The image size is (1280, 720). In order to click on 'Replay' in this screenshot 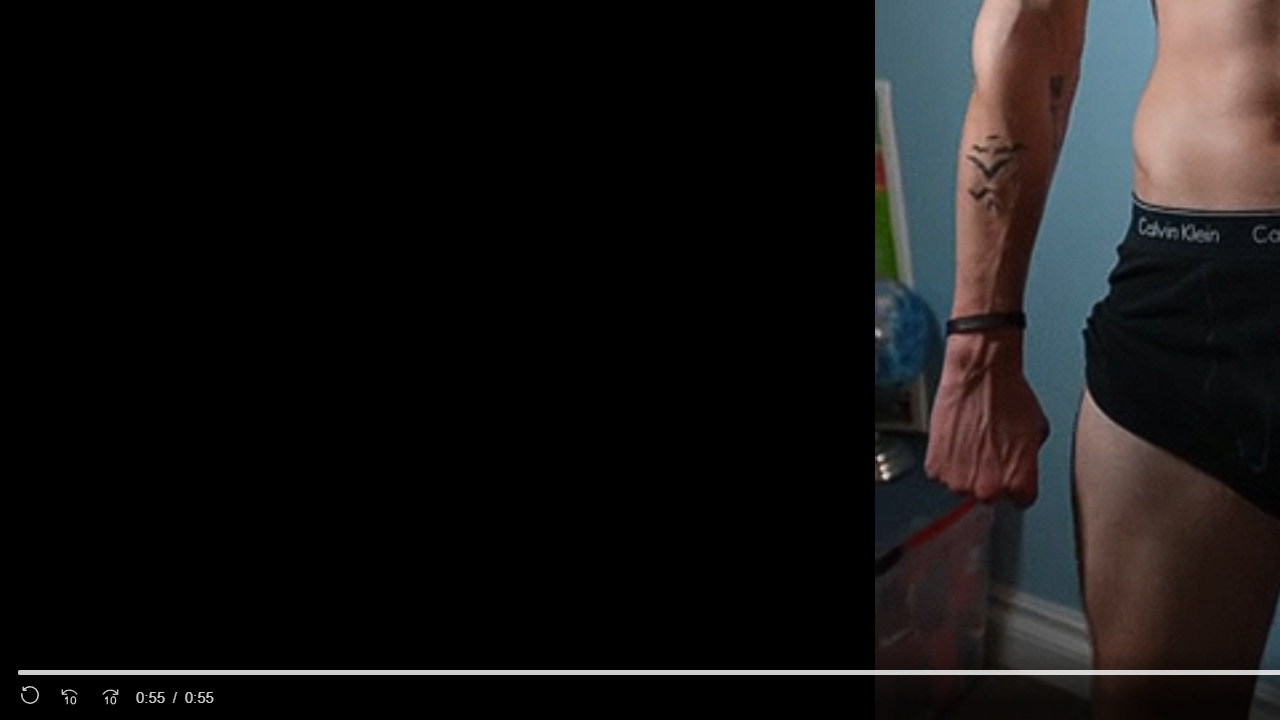, I will do `click(30, 696)`.